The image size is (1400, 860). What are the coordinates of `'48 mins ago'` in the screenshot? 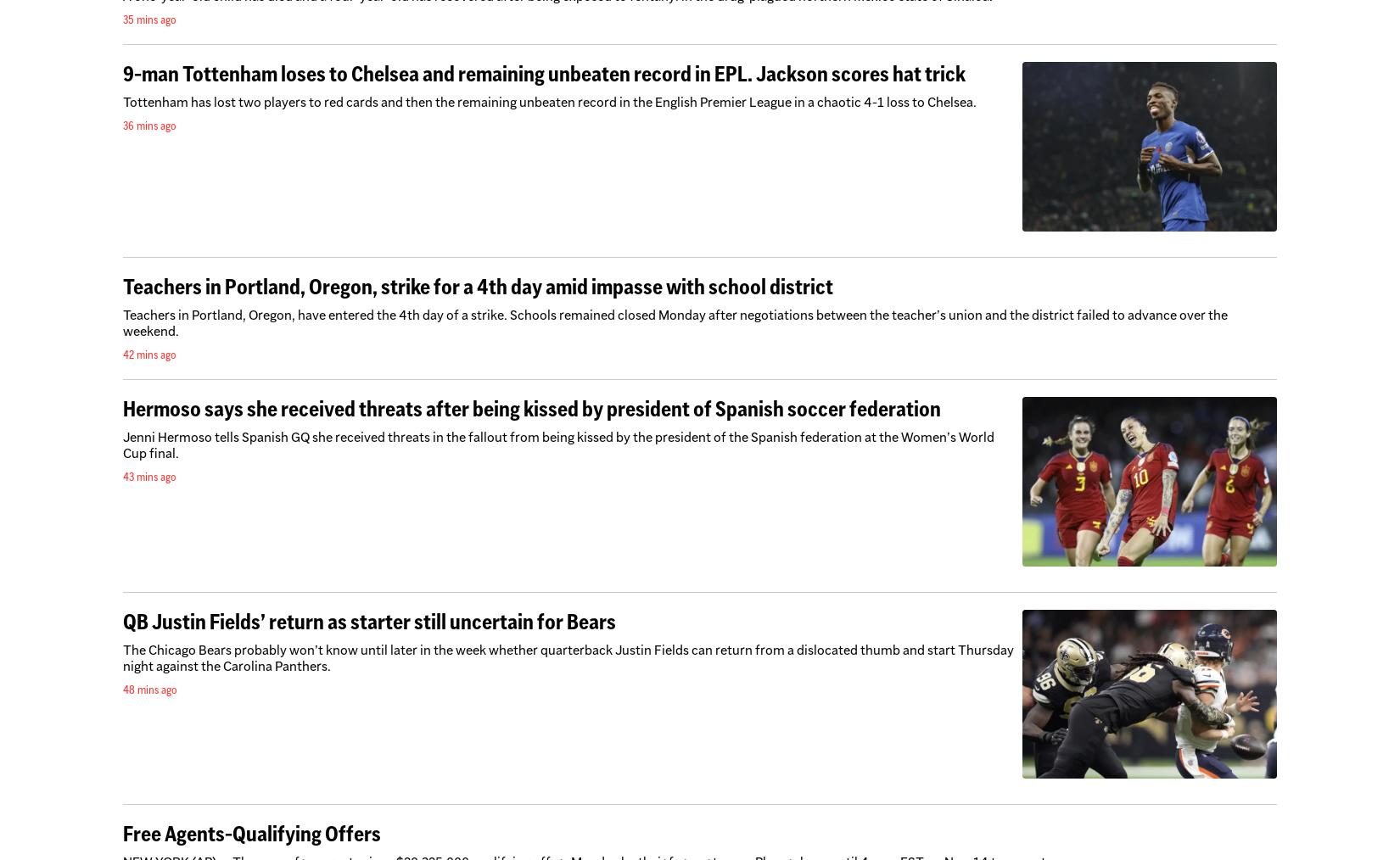 It's located at (150, 689).